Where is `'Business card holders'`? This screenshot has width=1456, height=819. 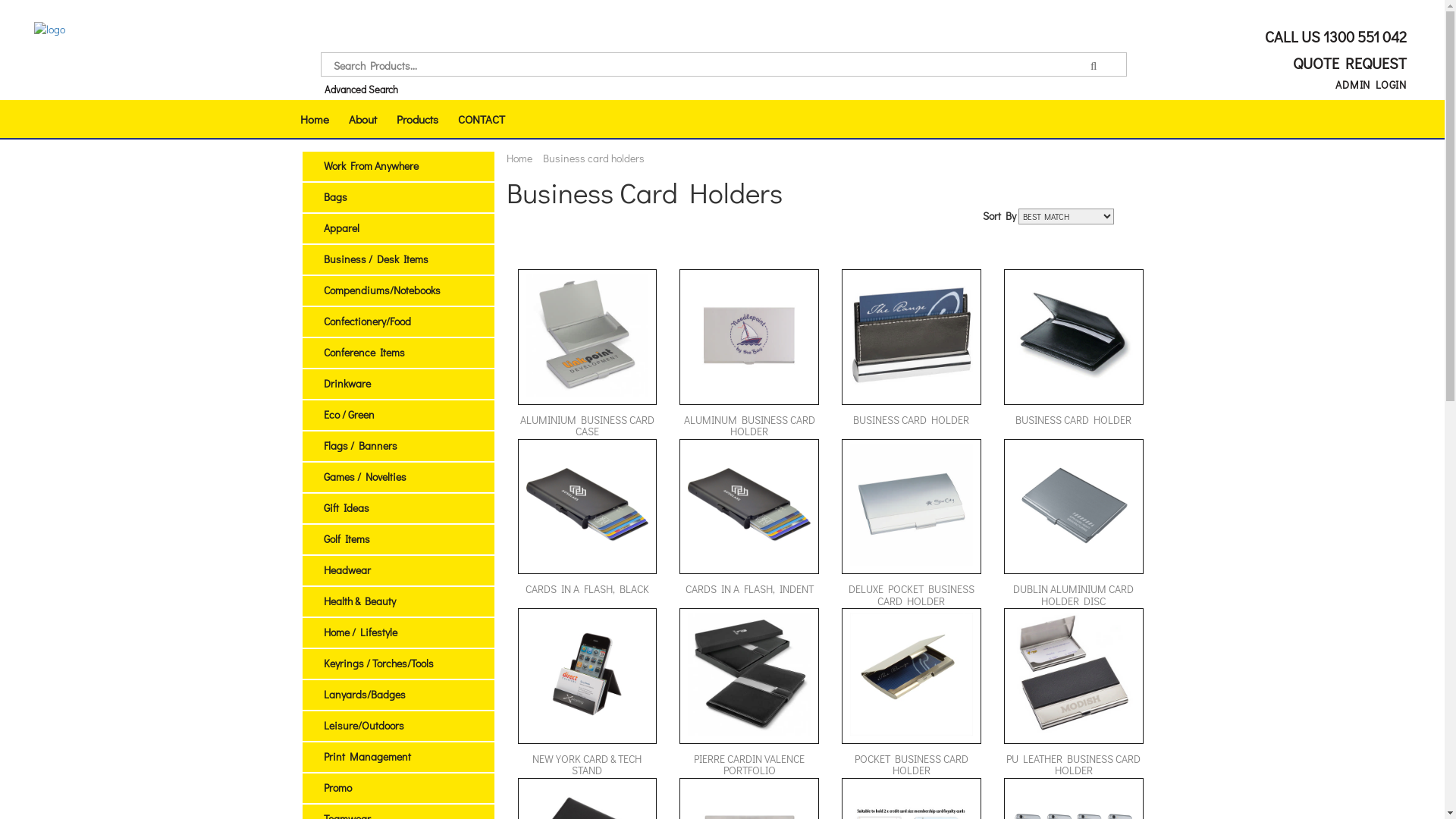 'Business card holders' is located at coordinates (592, 158).